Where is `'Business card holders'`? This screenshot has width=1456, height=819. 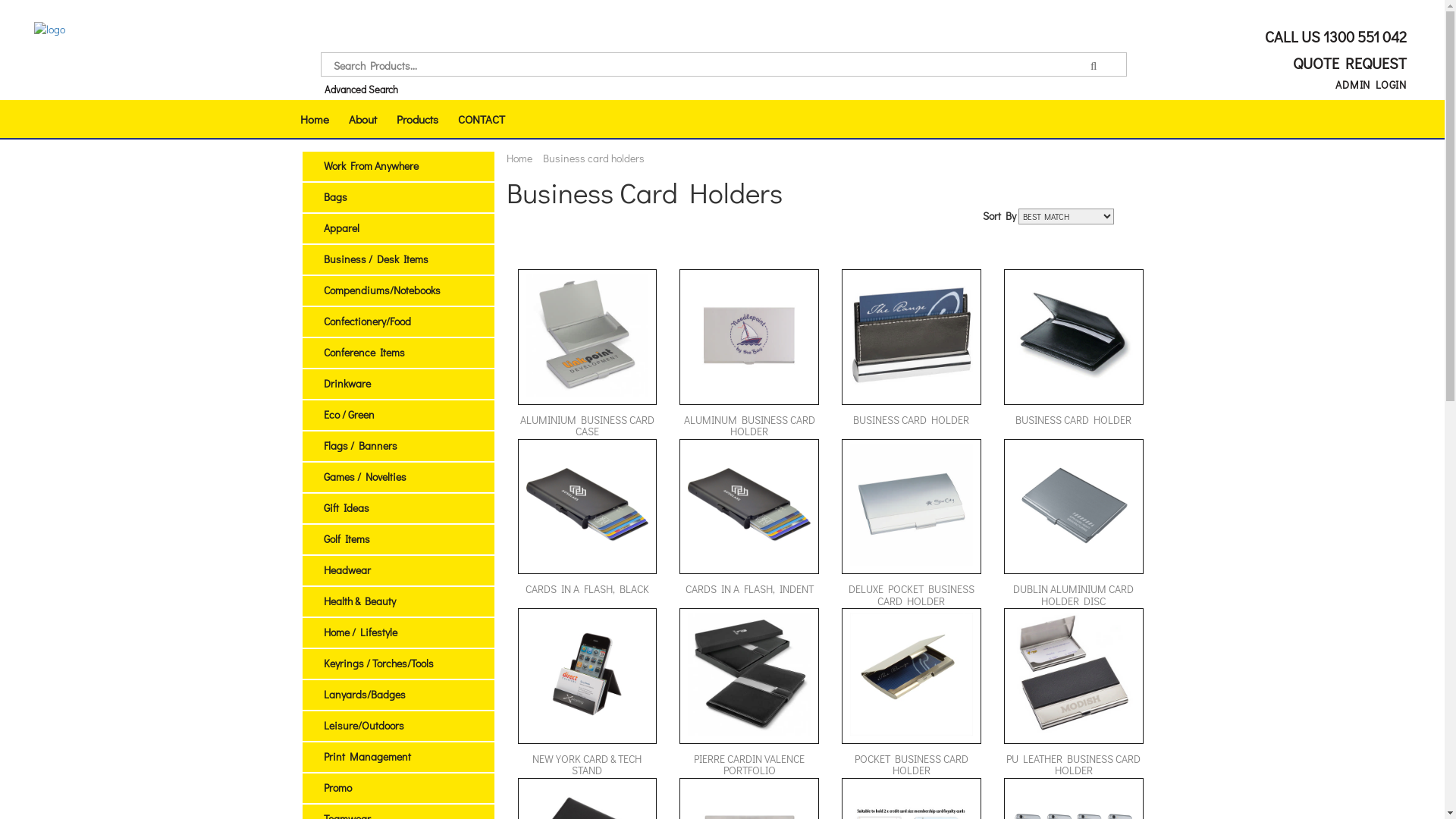 'Business card holders' is located at coordinates (592, 158).